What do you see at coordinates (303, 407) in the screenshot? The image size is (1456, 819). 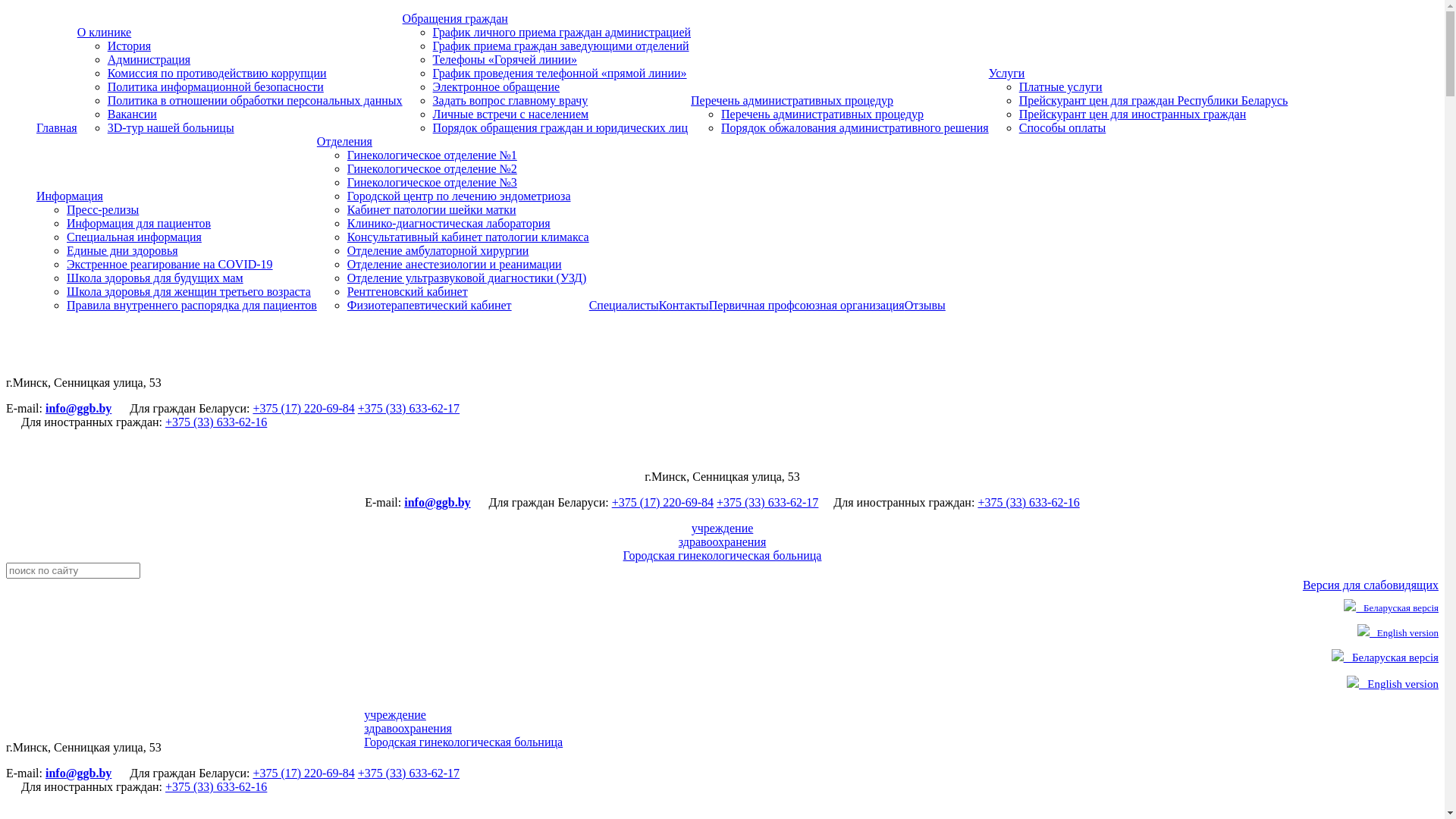 I see `'+375 (17) 220-69-84'` at bounding box center [303, 407].